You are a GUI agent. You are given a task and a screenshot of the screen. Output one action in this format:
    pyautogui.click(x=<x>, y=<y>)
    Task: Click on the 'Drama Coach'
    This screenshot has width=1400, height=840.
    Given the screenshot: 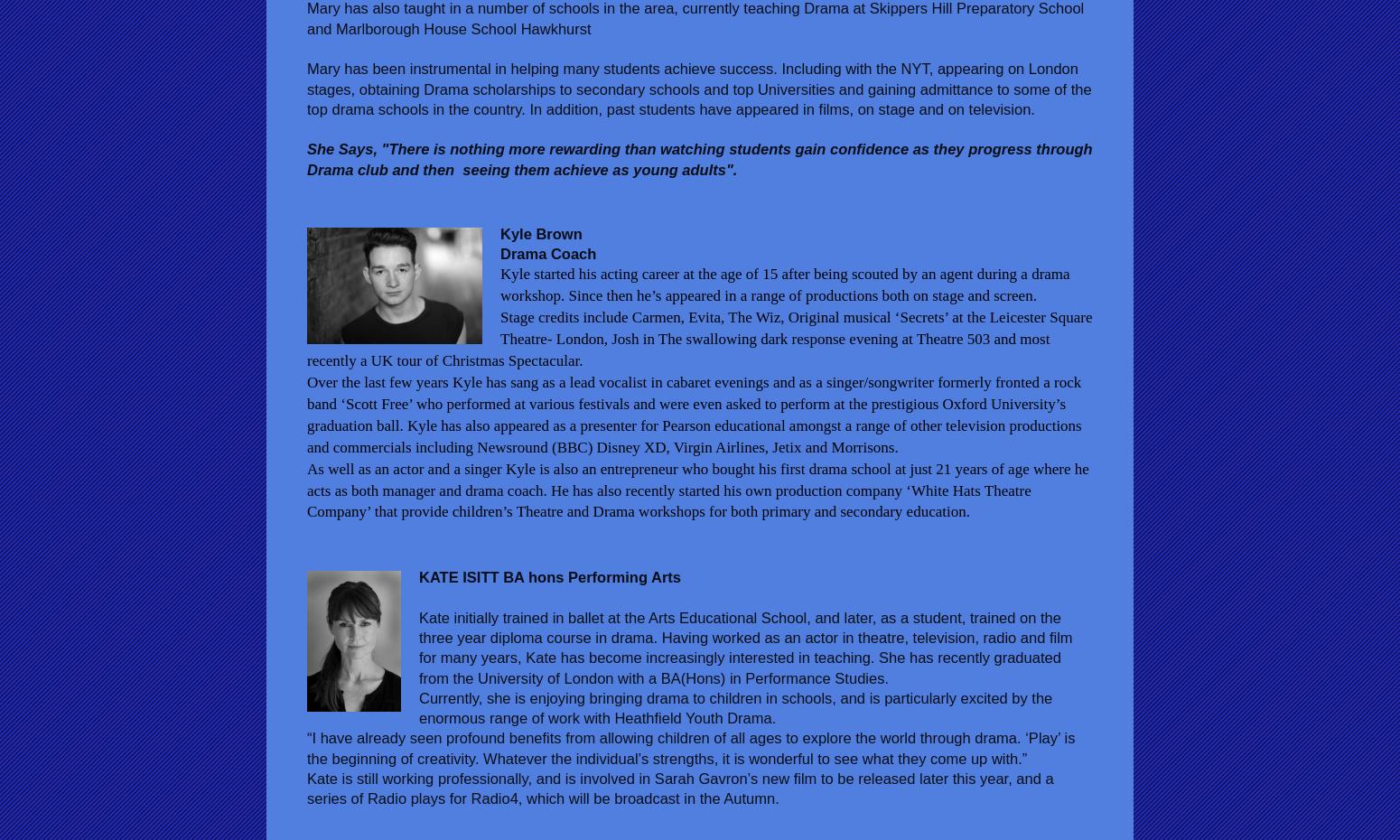 What is the action you would take?
    pyautogui.click(x=499, y=253)
    